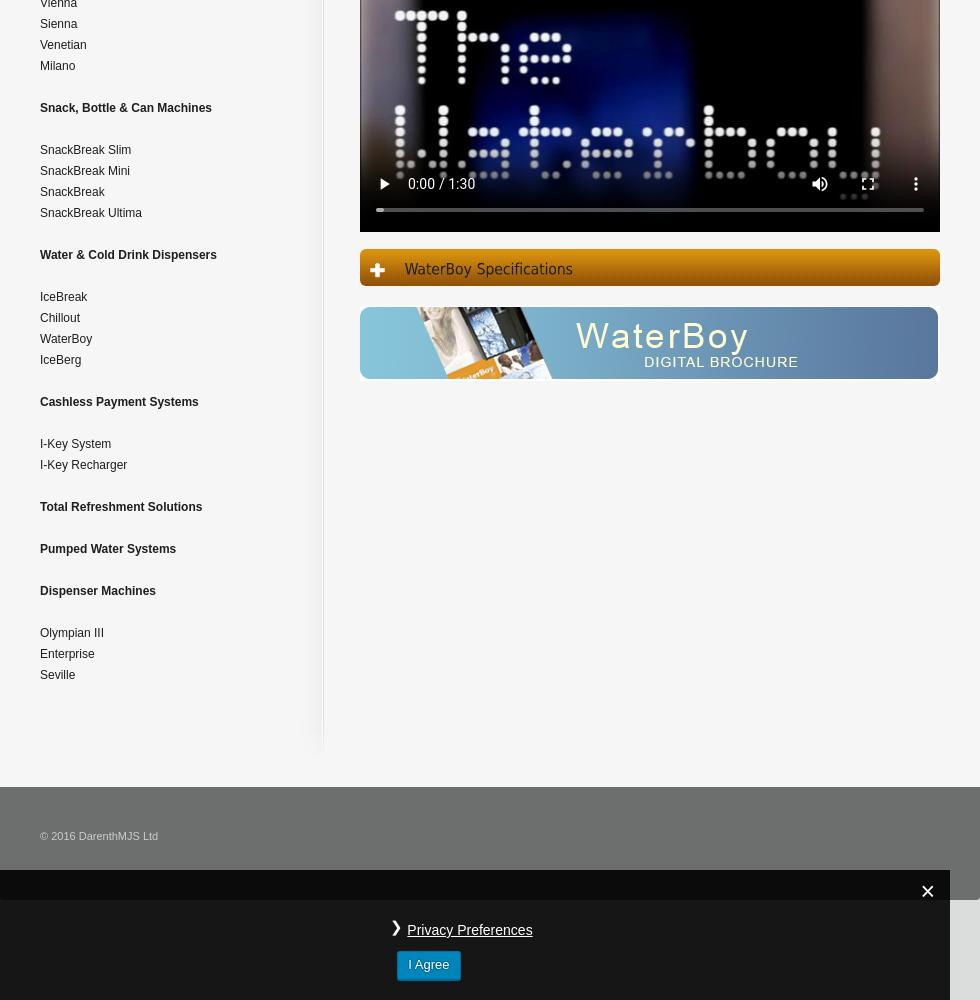 Image resolution: width=980 pixels, height=1000 pixels. Describe the element at coordinates (428, 963) in the screenshot. I see `'I Agree'` at that location.